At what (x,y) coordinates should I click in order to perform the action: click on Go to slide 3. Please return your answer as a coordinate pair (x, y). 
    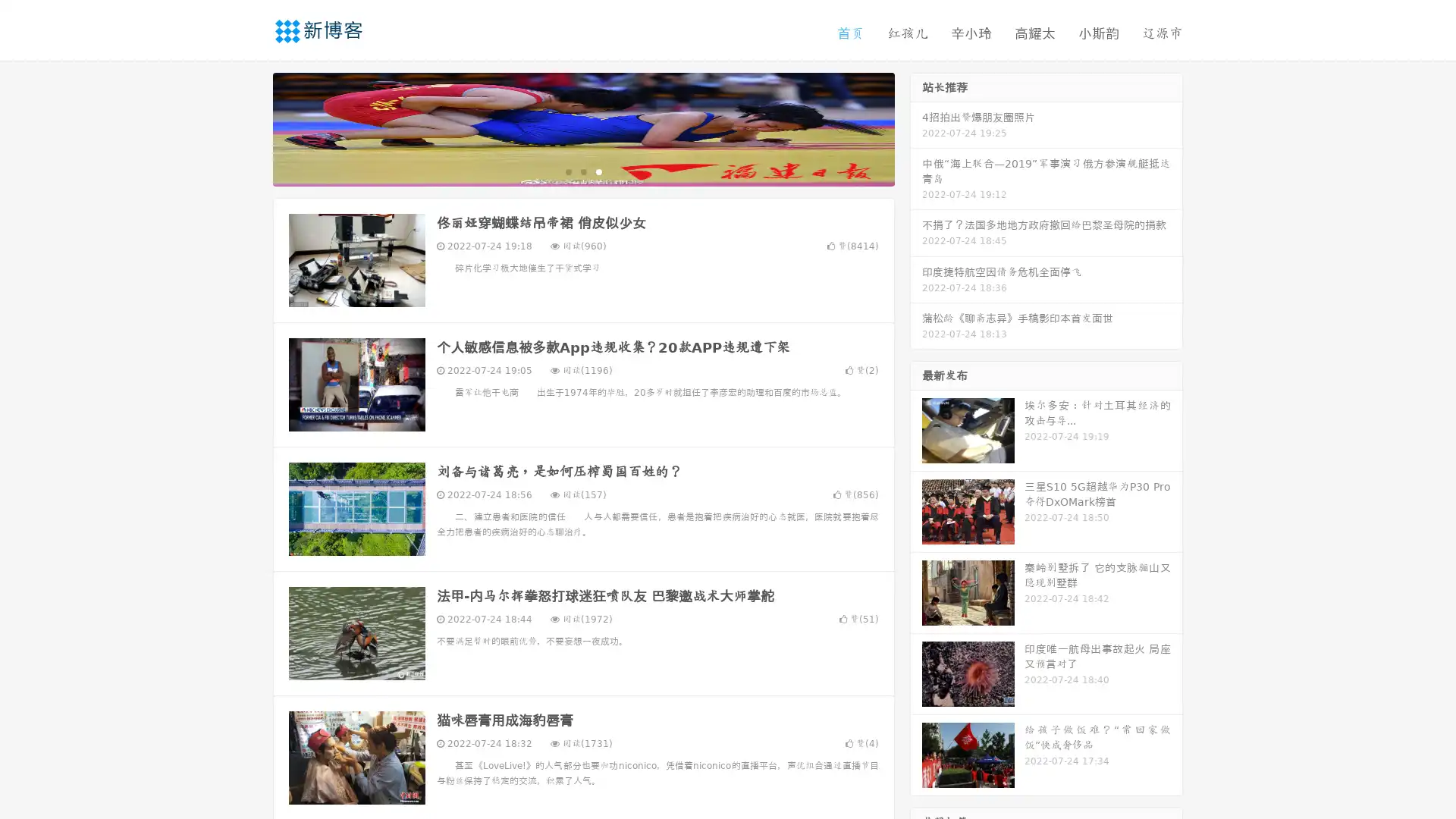
    Looking at the image, I should click on (598, 171).